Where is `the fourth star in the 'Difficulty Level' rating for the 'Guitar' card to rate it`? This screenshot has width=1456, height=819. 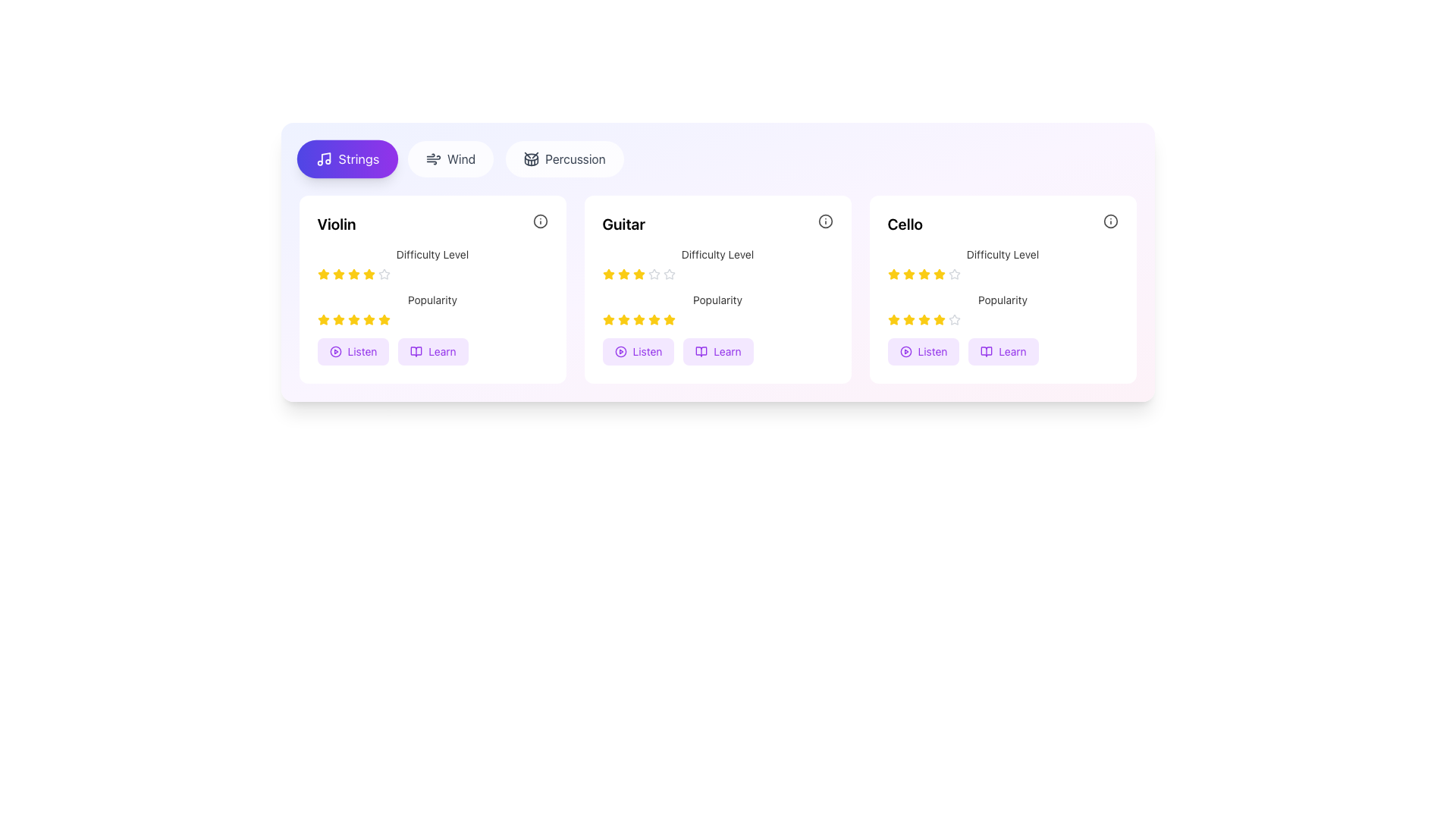 the fourth star in the 'Difficulty Level' rating for the 'Guitar' card to rate it is located at coordinates (668, 275).